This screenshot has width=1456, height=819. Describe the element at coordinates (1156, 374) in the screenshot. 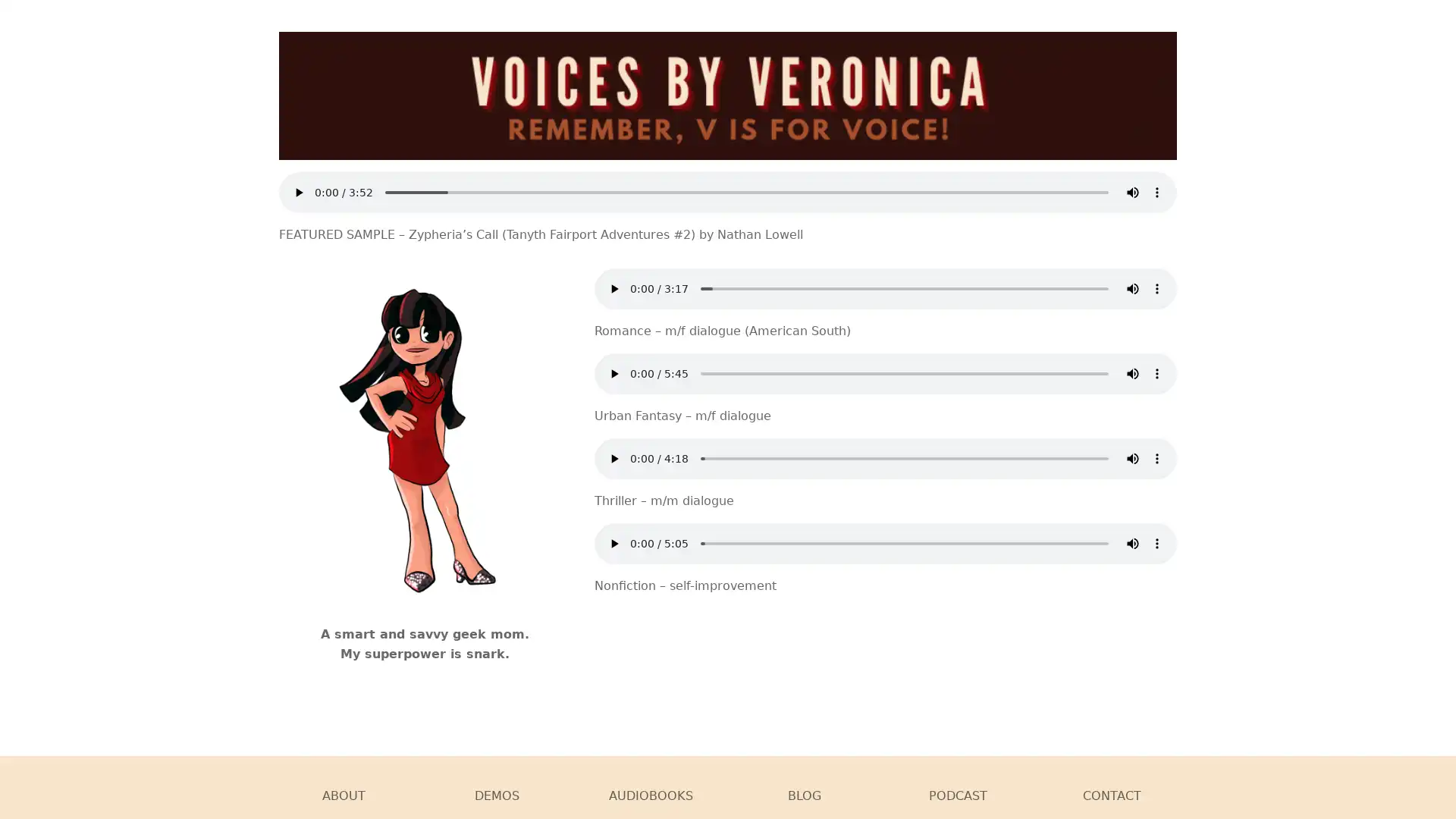

I see `show more media controls` at that location.